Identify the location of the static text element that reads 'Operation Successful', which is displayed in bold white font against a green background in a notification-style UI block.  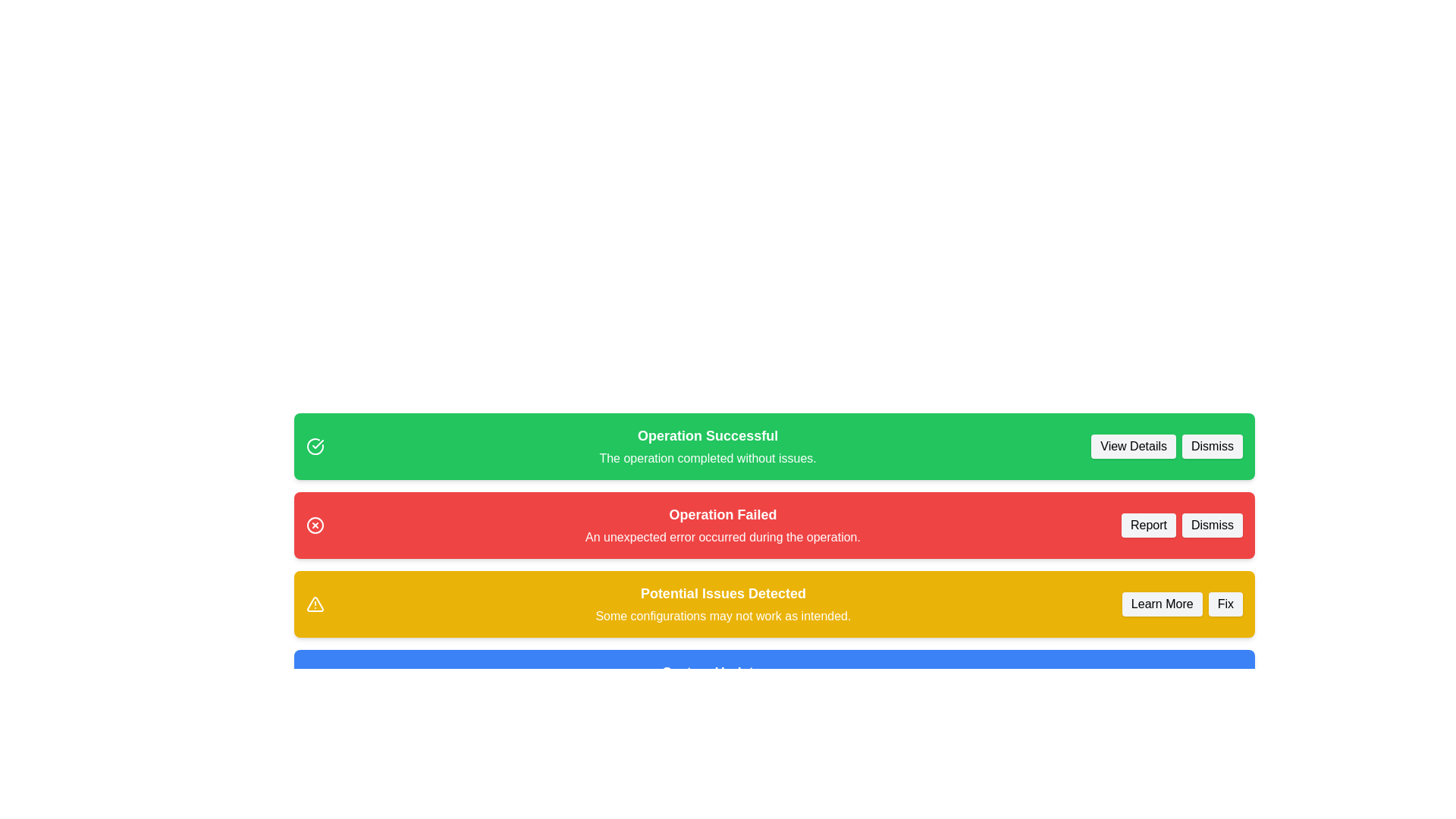
(707, 435).